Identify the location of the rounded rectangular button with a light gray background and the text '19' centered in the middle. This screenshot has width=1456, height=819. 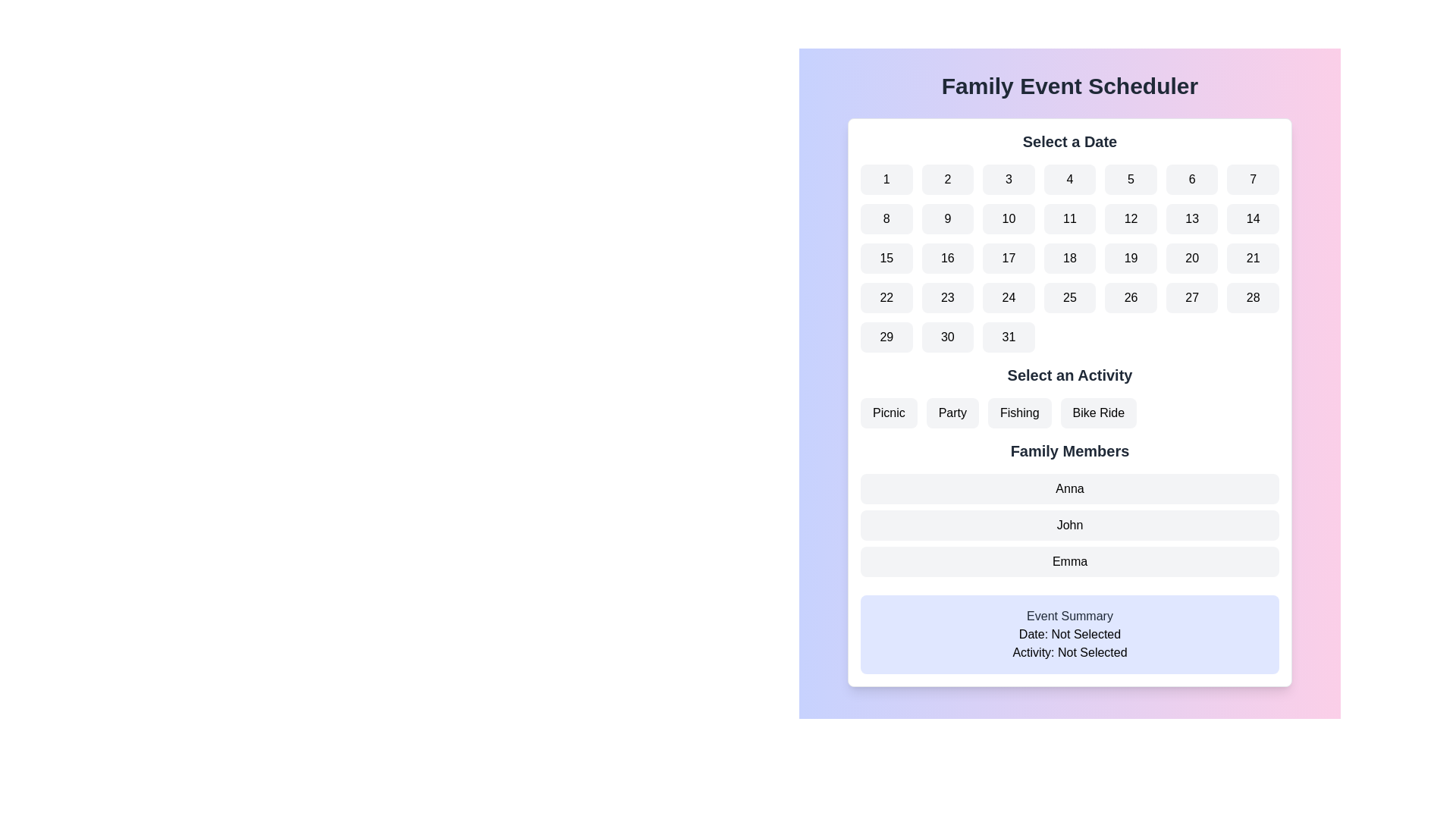
(1131, 257).